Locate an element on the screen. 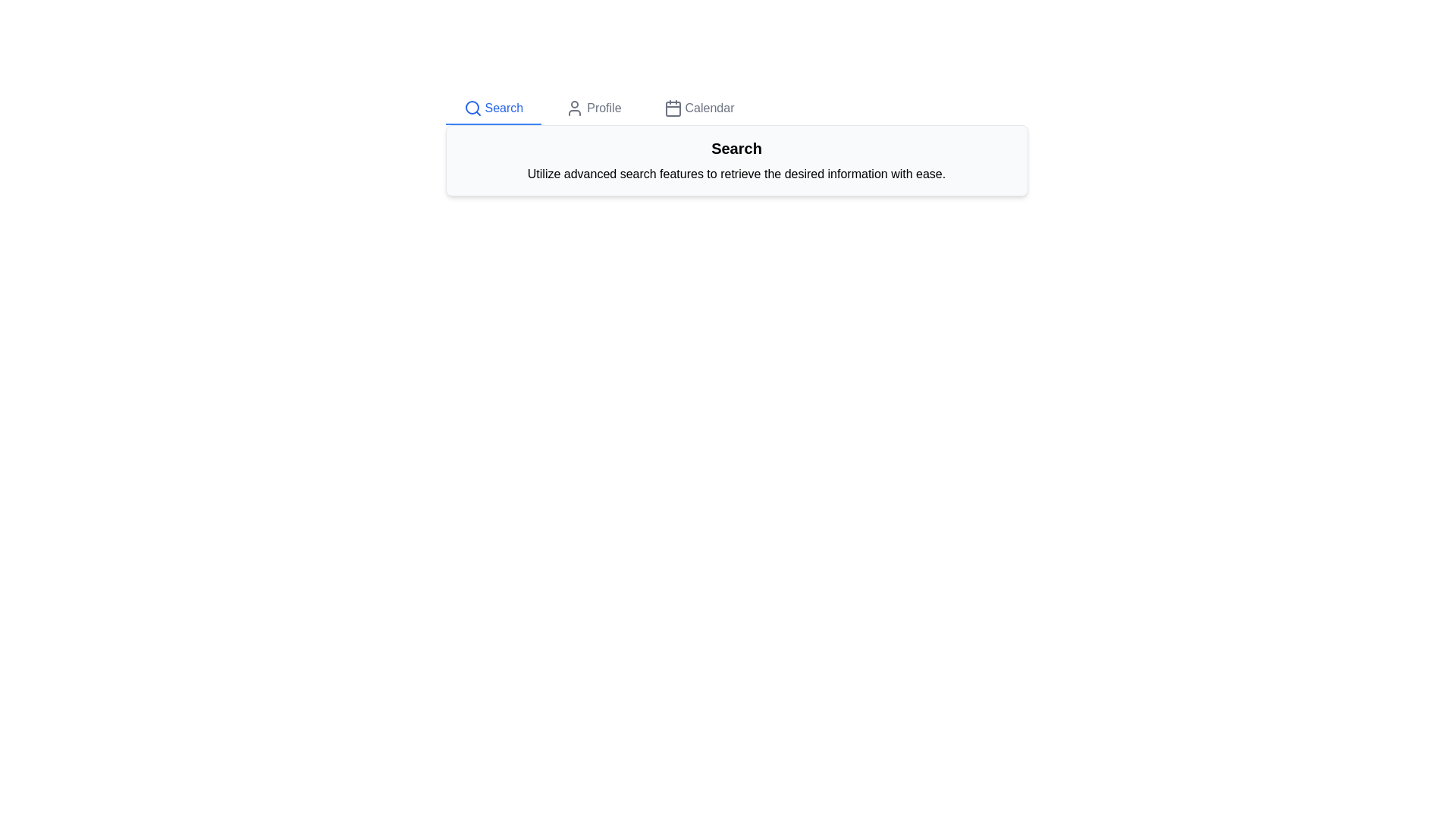 The image size is (1456, 819). the Profile tab to view its content is located at coordinates (592, 108).